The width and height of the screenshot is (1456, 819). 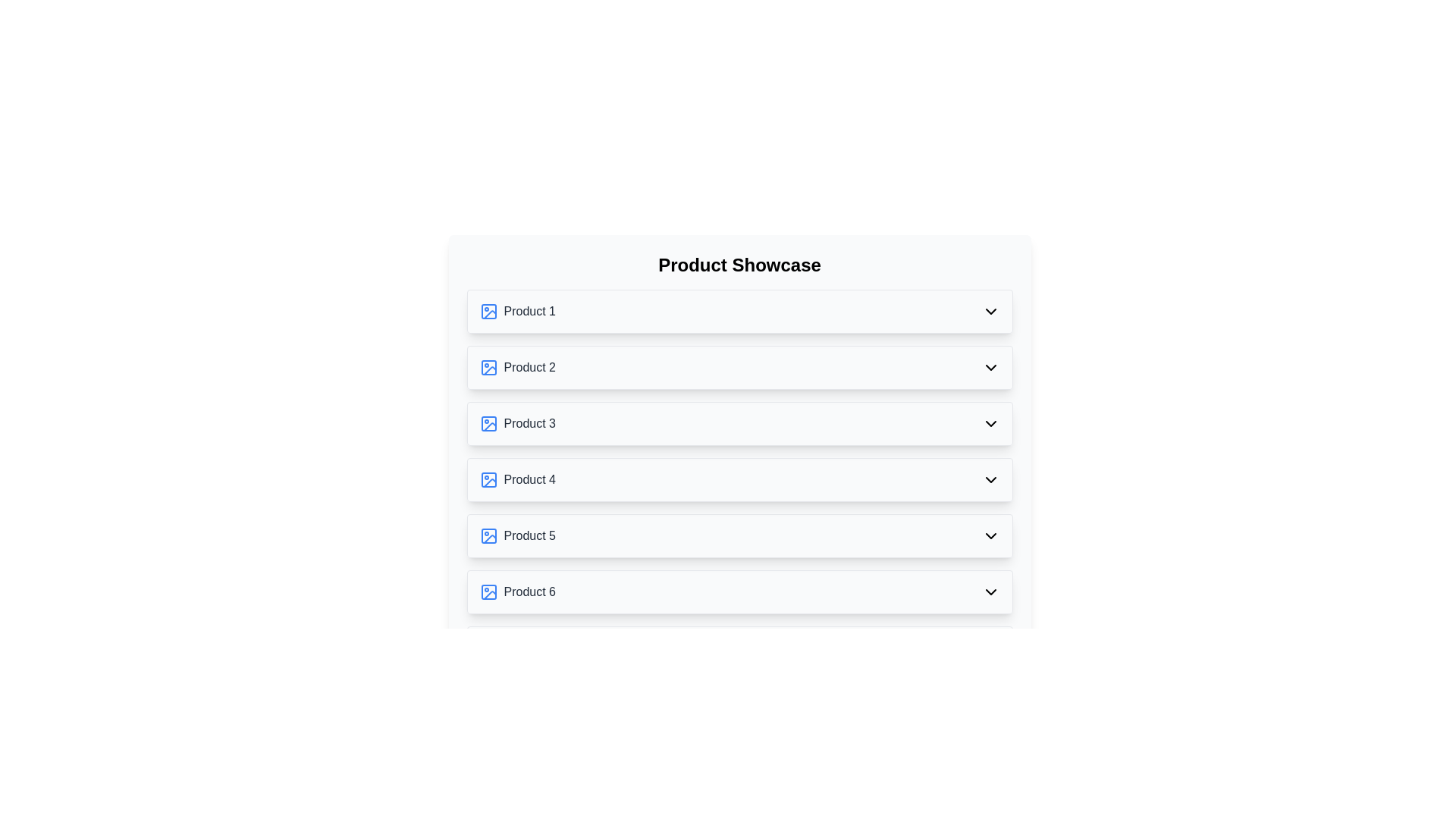 What do you see at coordinates (488, 535) in the screenshot?
I see `the image icon next to the product titled Product 5` at bounding box center [488, 535].